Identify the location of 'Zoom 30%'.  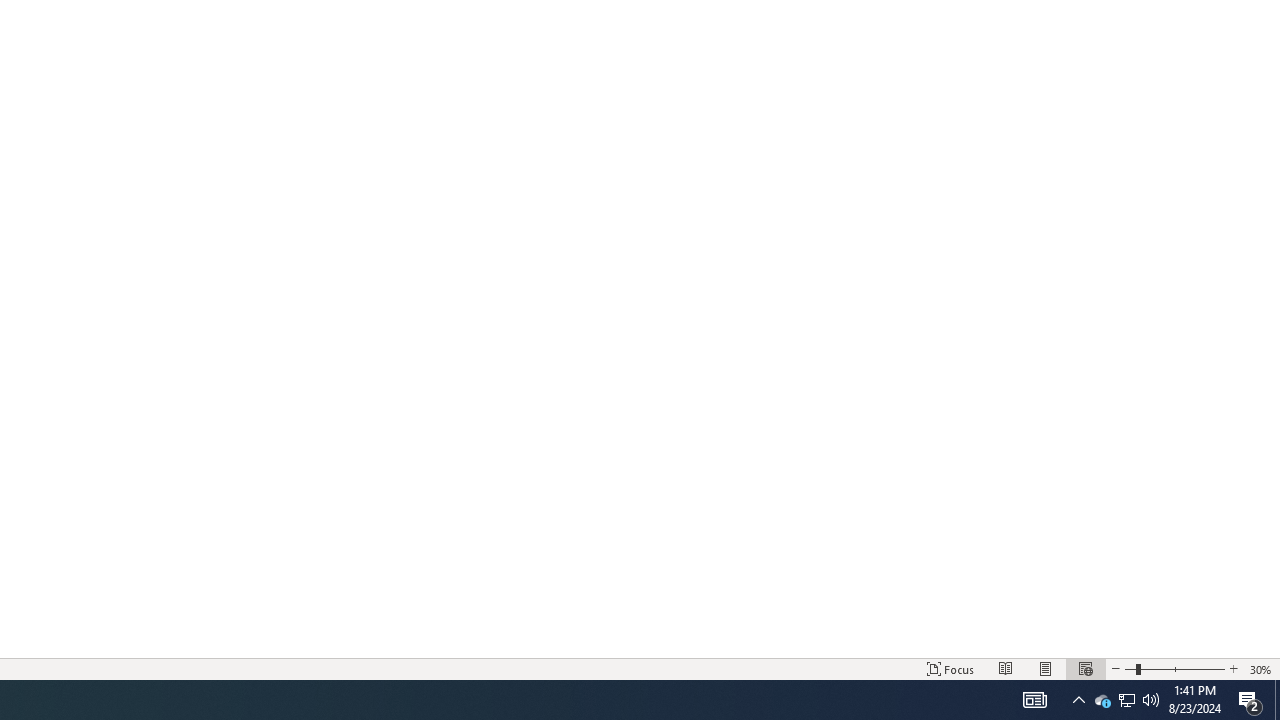
(1260, 669).